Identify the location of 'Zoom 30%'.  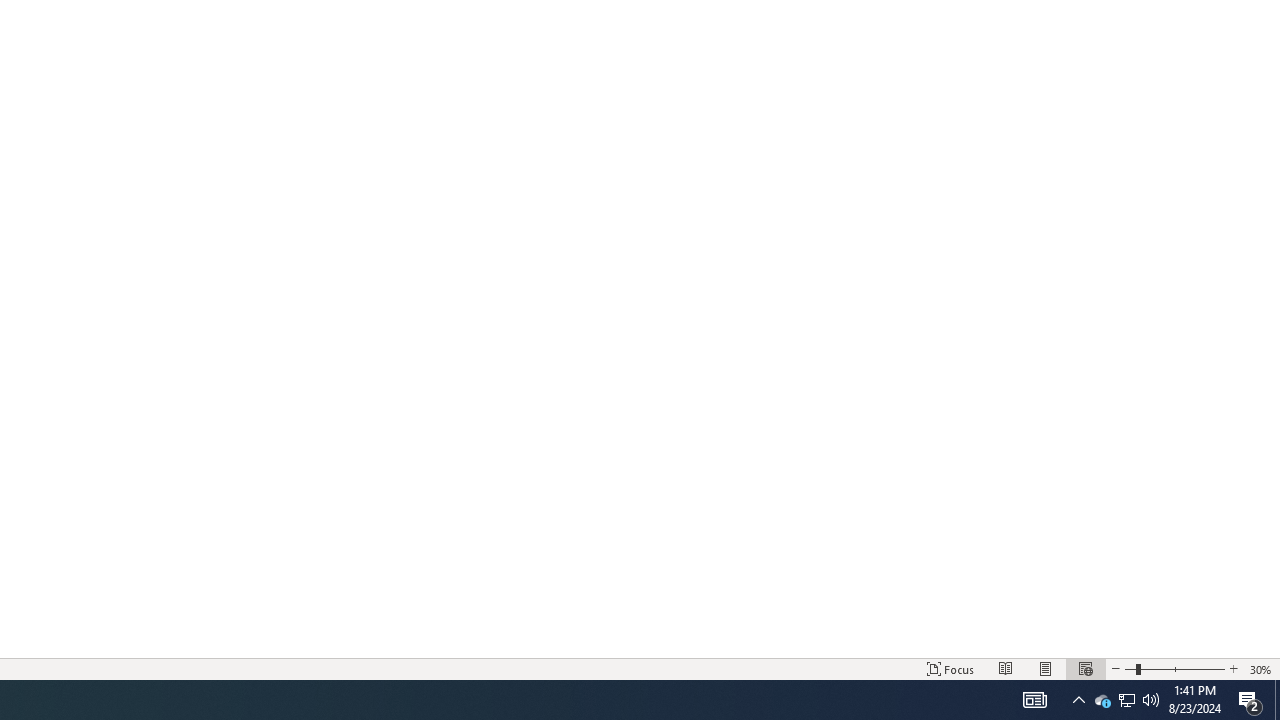
(1260, 669).